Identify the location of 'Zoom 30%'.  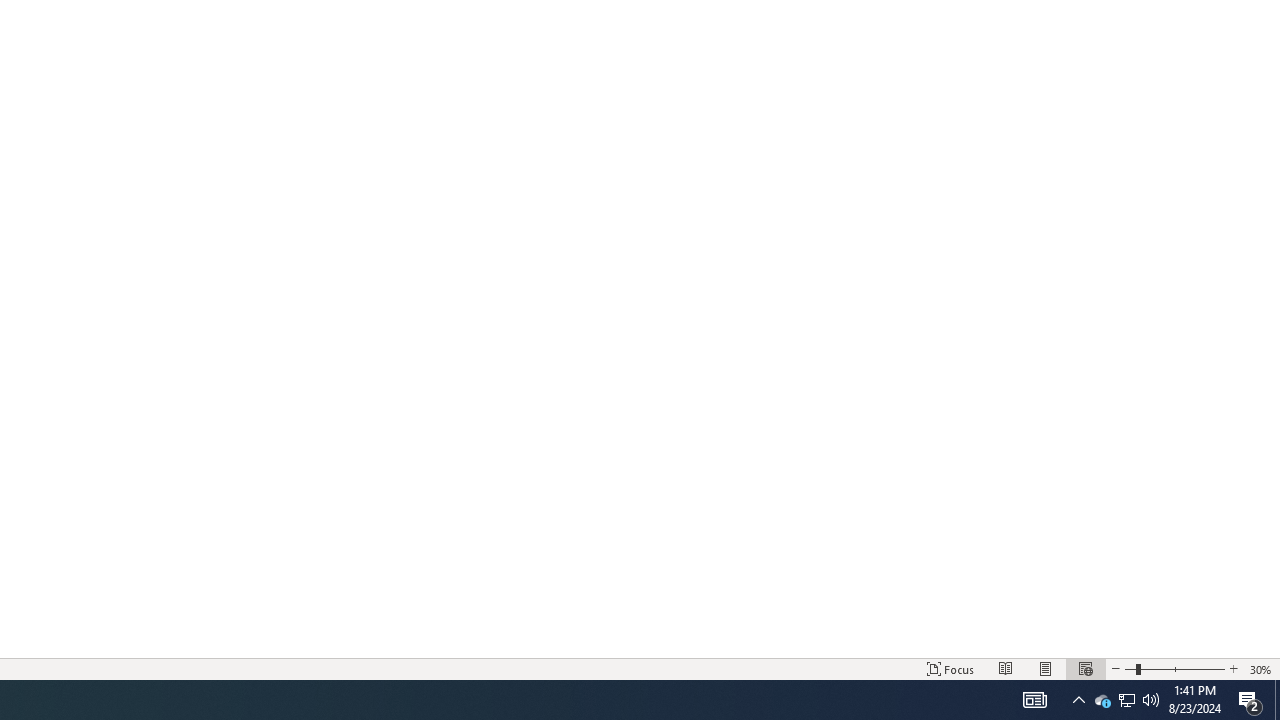
(1260, 669).